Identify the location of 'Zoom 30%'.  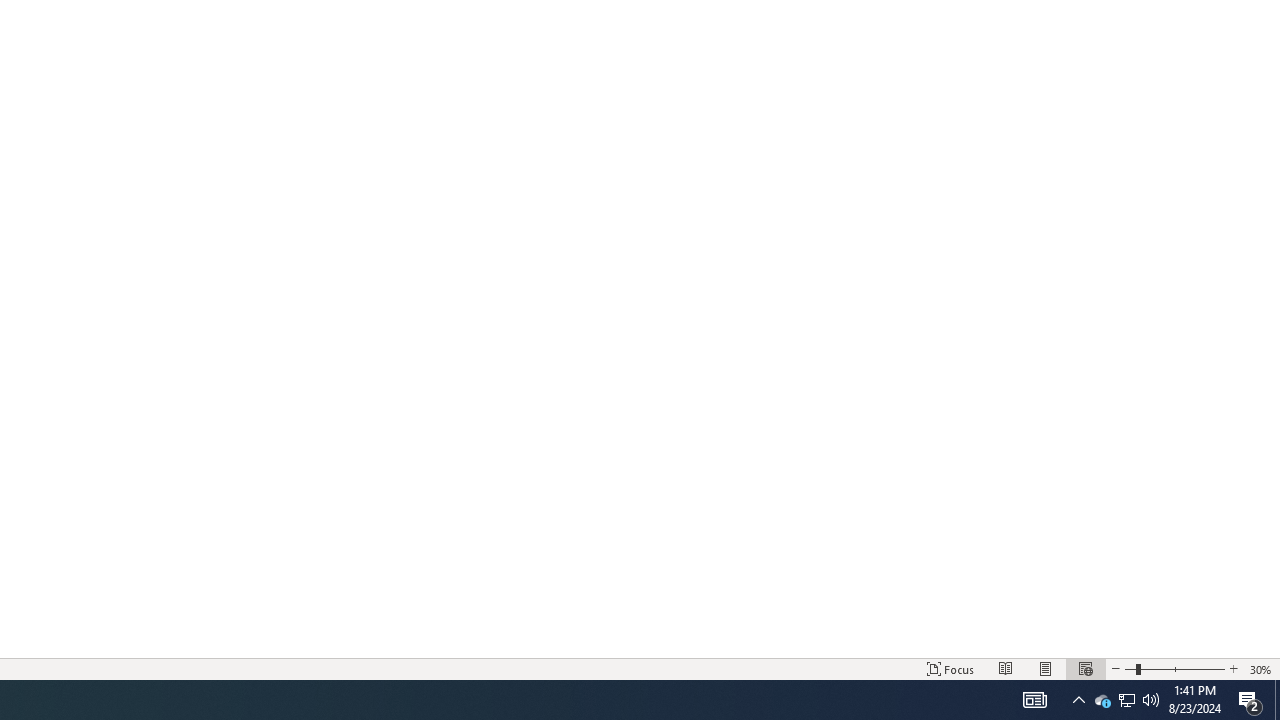
(1260, 669).